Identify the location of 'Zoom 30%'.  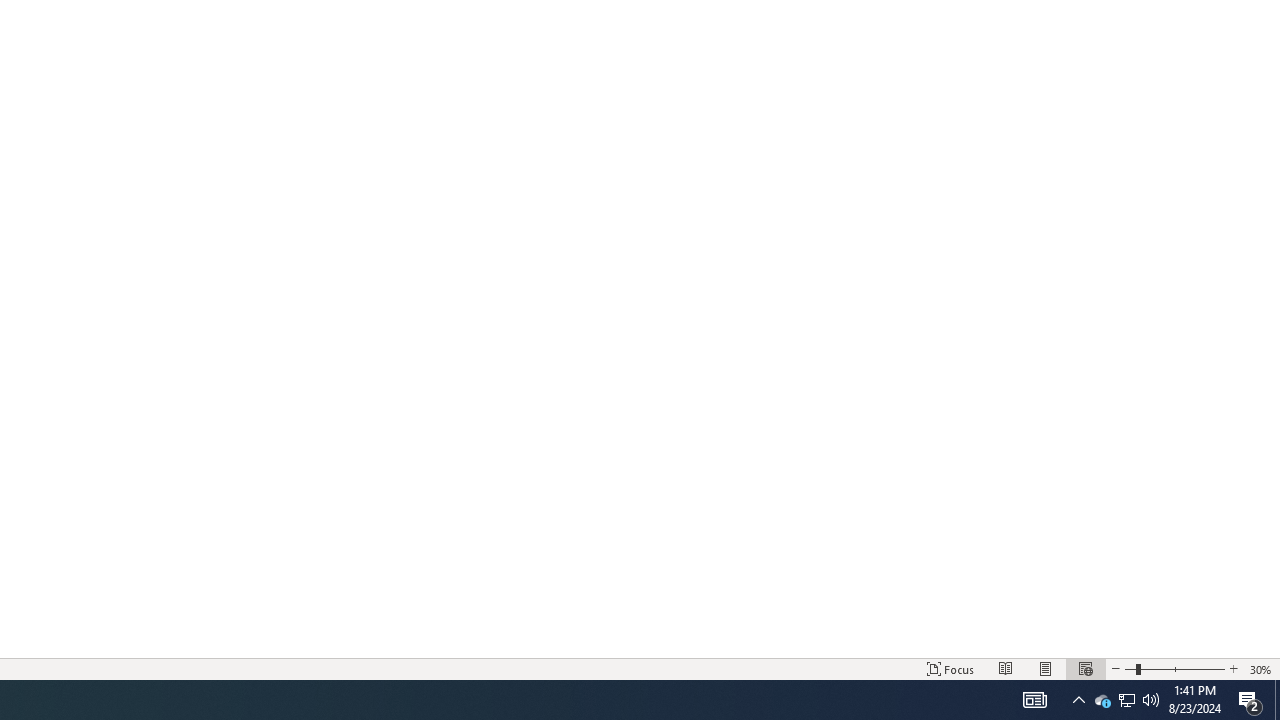
(1260, 669).